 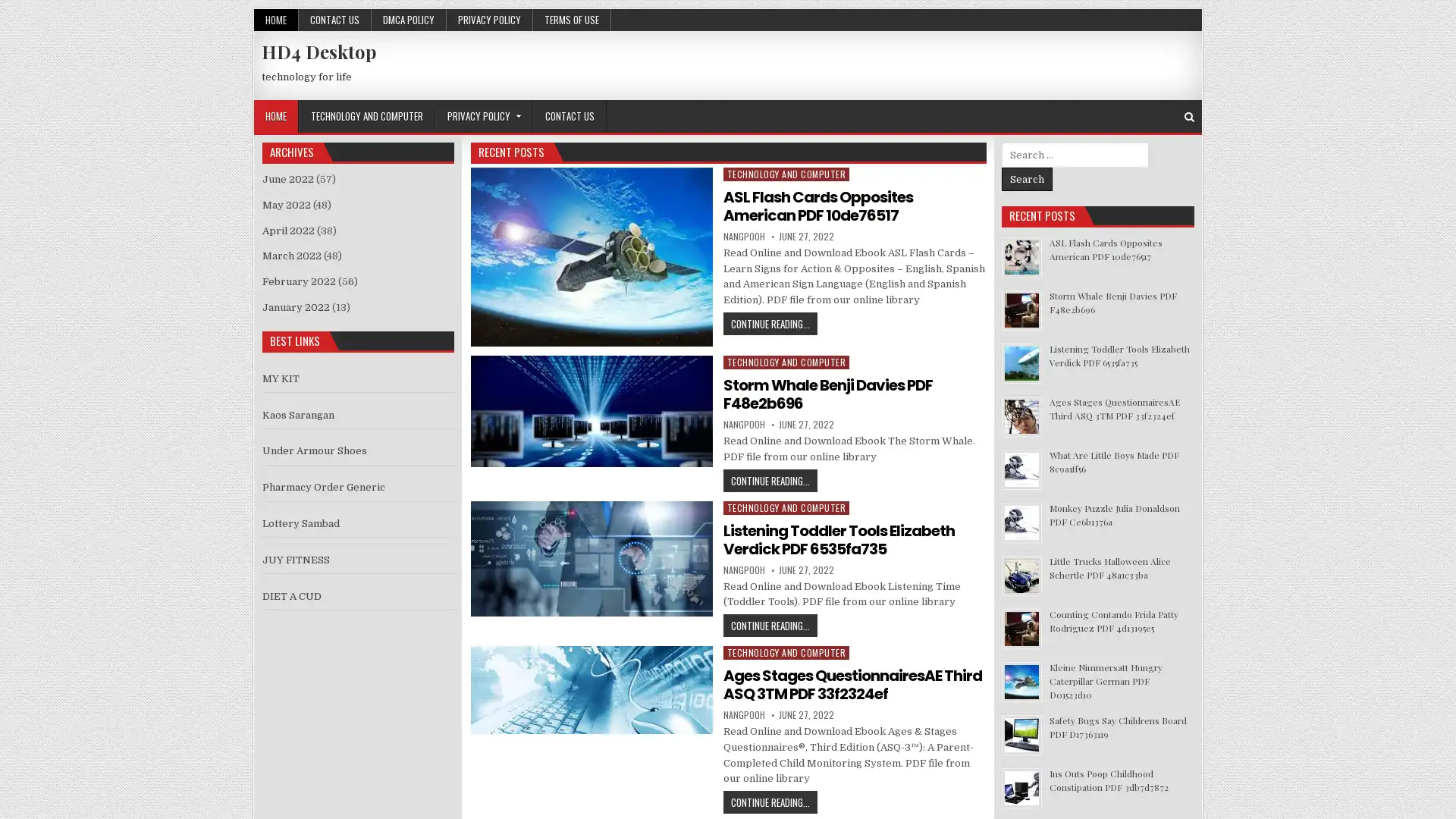 I want to click on Search, so click(x=1027, y=178).